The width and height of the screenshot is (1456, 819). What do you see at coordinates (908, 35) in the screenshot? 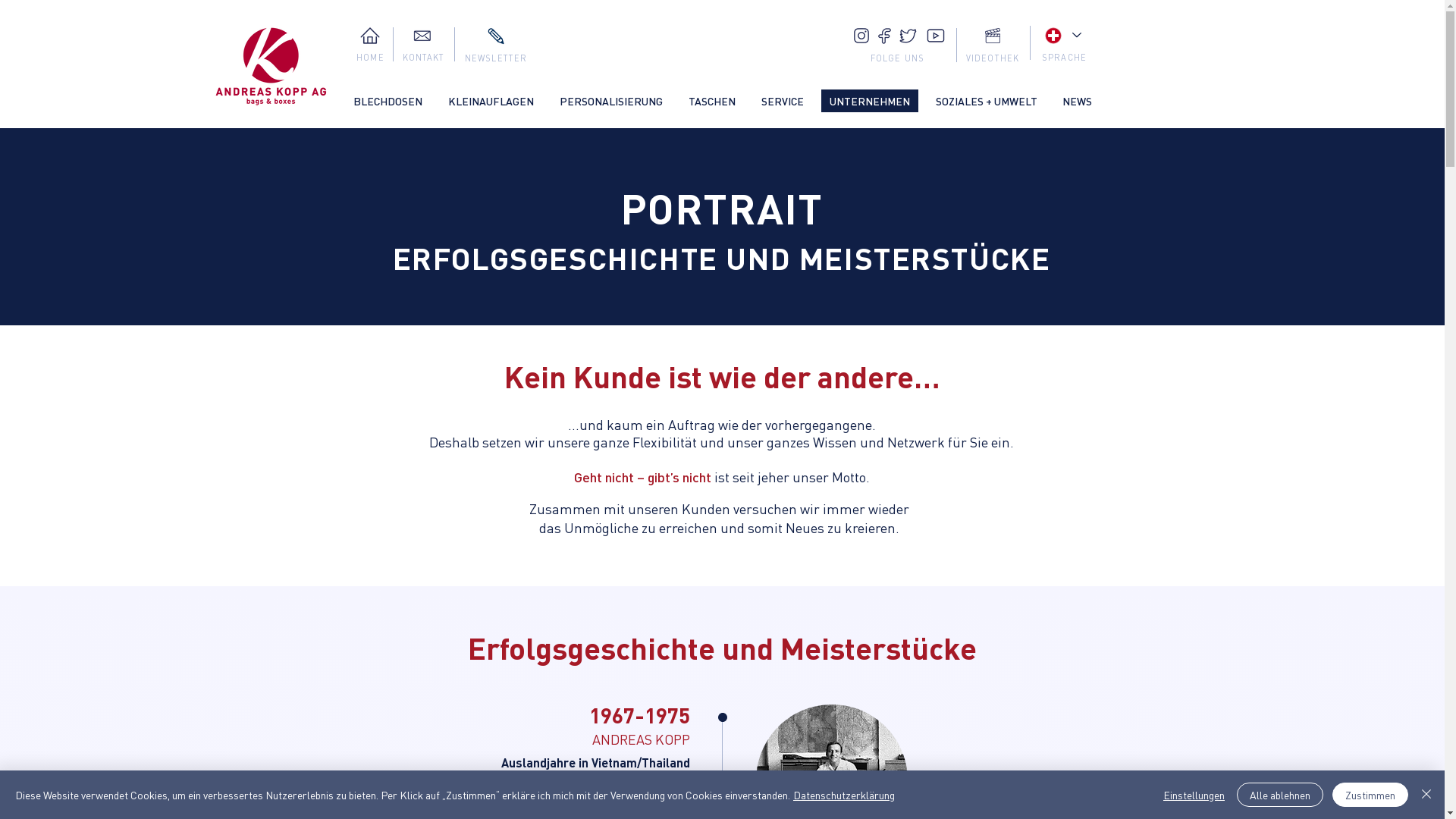
I see `'Twitter'` at bounding box center [908, 35].